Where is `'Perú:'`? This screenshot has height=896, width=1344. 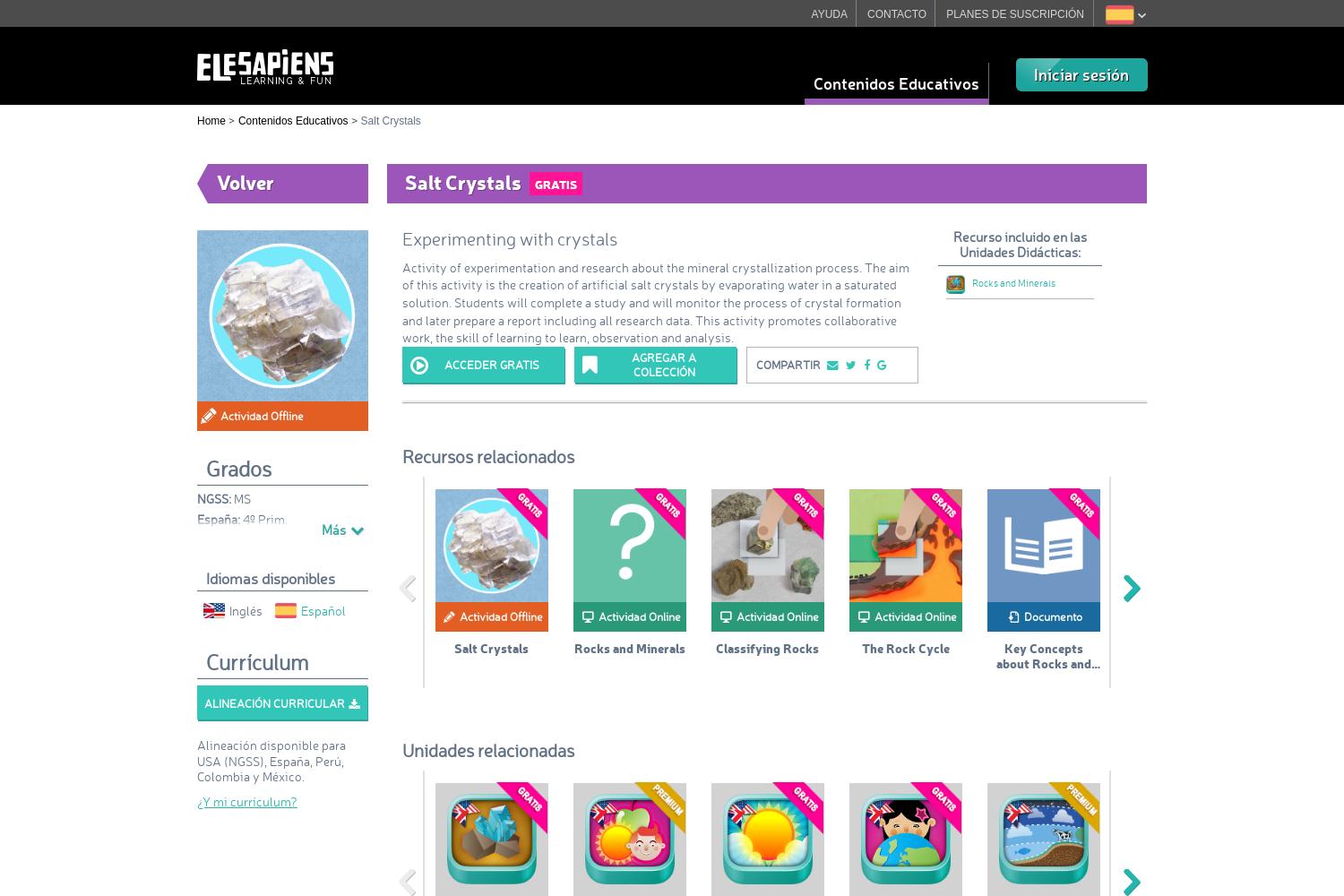
'Perú:' is located at coordinates (210, 538).